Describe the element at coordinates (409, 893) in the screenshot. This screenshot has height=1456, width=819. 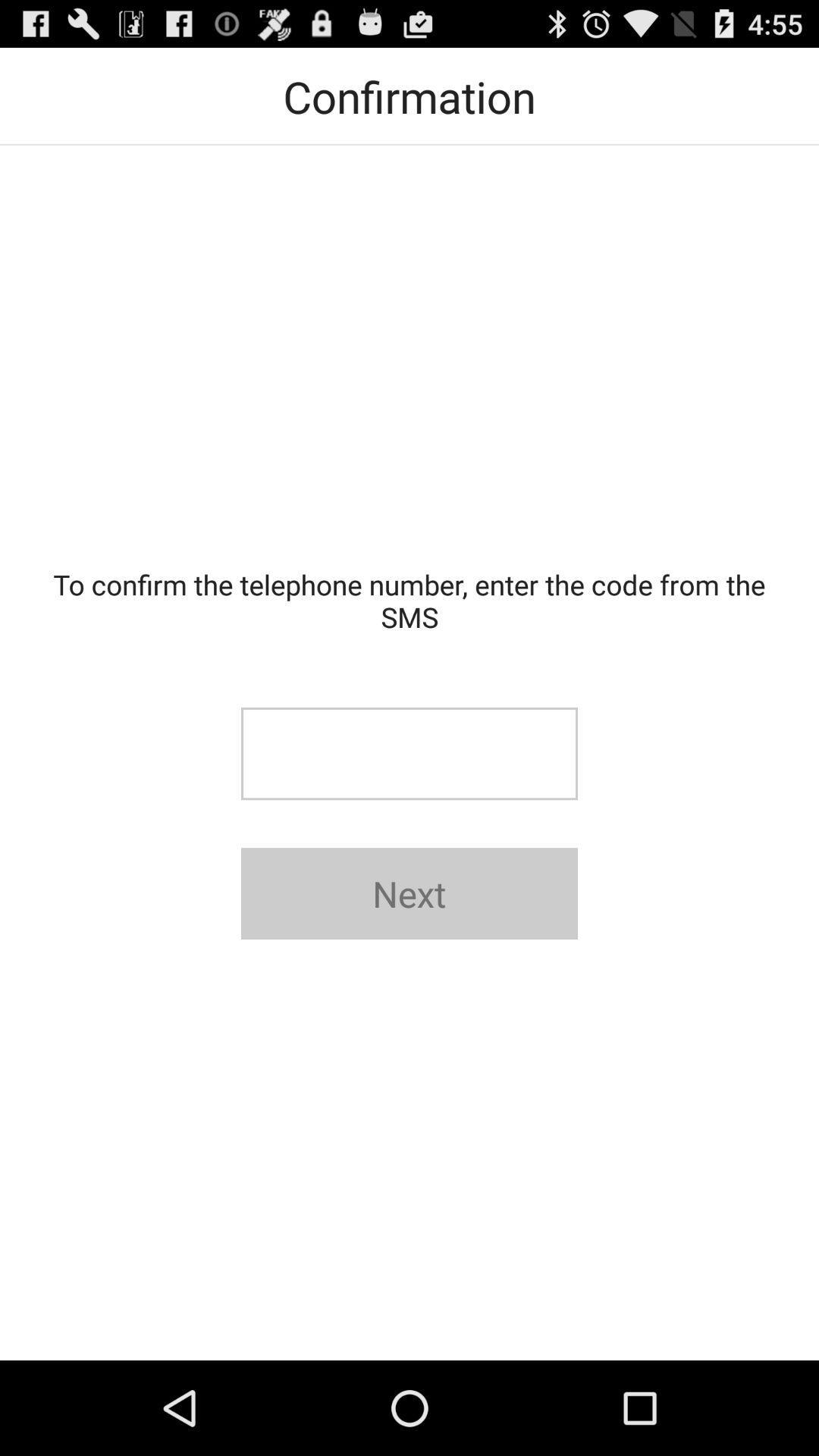
I see `the next item` at that location.